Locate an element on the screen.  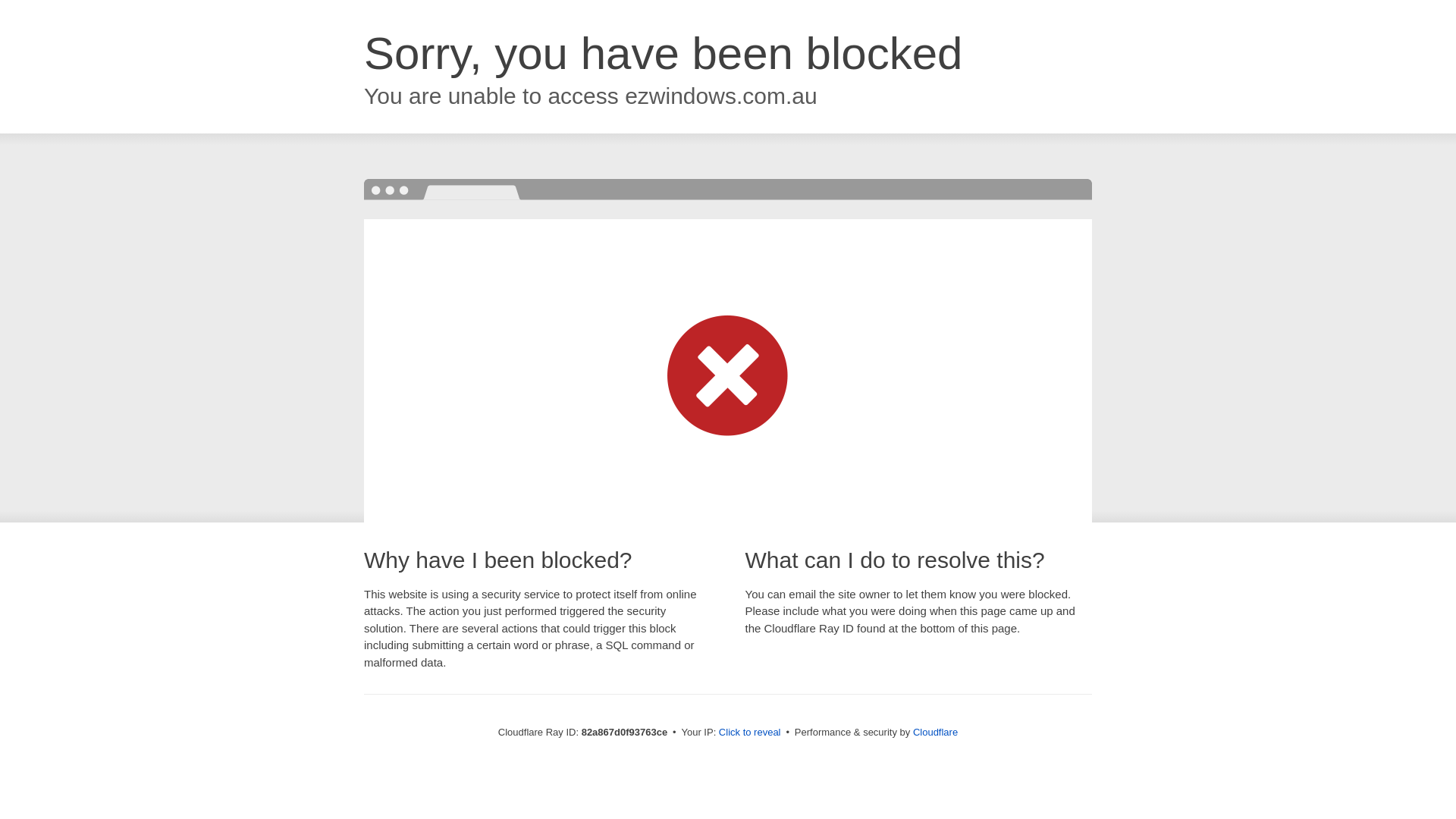
'Cloudflare' is located at coordinates (934, 731).